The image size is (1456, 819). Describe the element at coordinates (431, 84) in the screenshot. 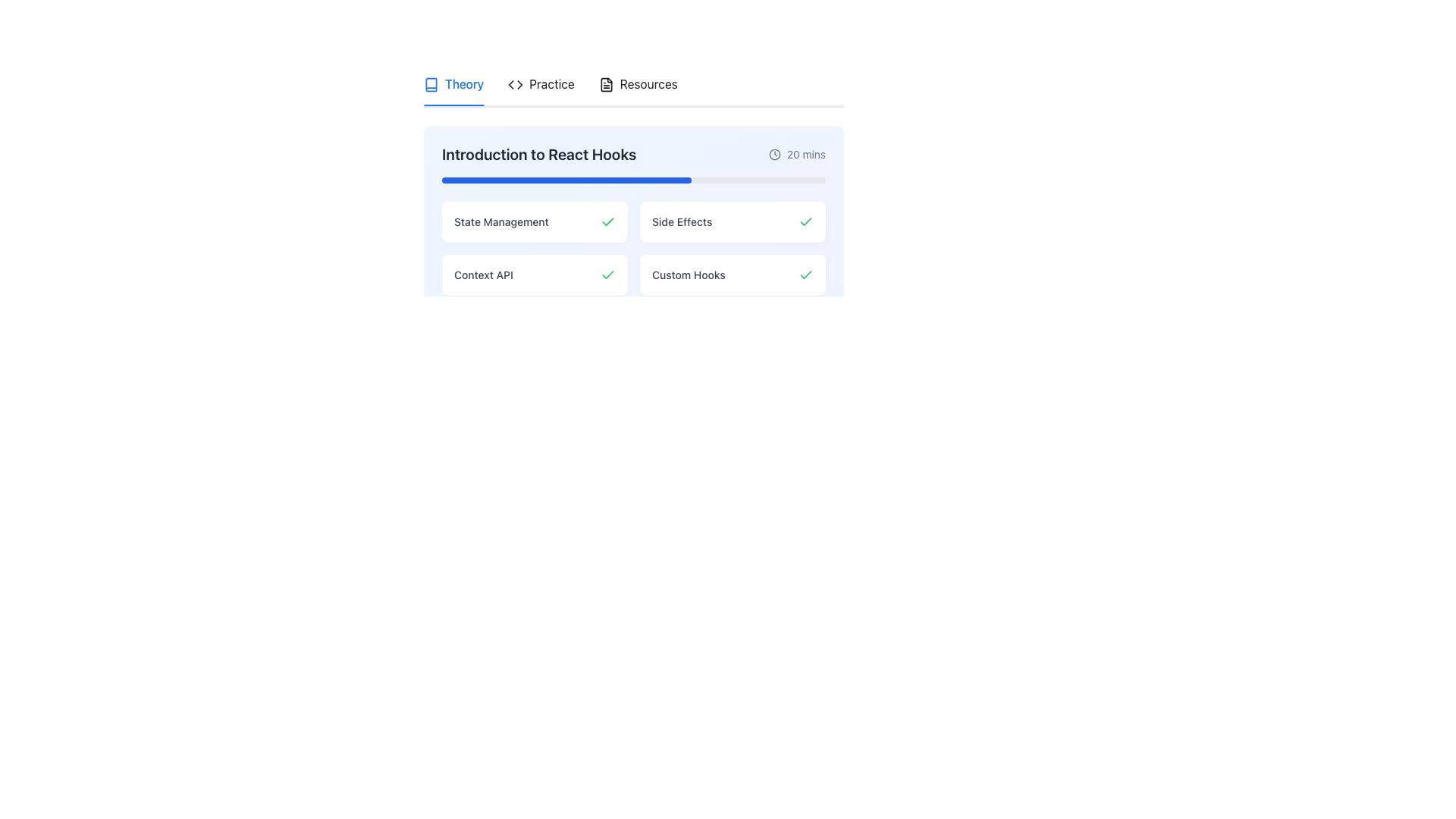

I see `the book icon in the top navigation bar, which is positioned to the left of the 'Theory' label` at that location.